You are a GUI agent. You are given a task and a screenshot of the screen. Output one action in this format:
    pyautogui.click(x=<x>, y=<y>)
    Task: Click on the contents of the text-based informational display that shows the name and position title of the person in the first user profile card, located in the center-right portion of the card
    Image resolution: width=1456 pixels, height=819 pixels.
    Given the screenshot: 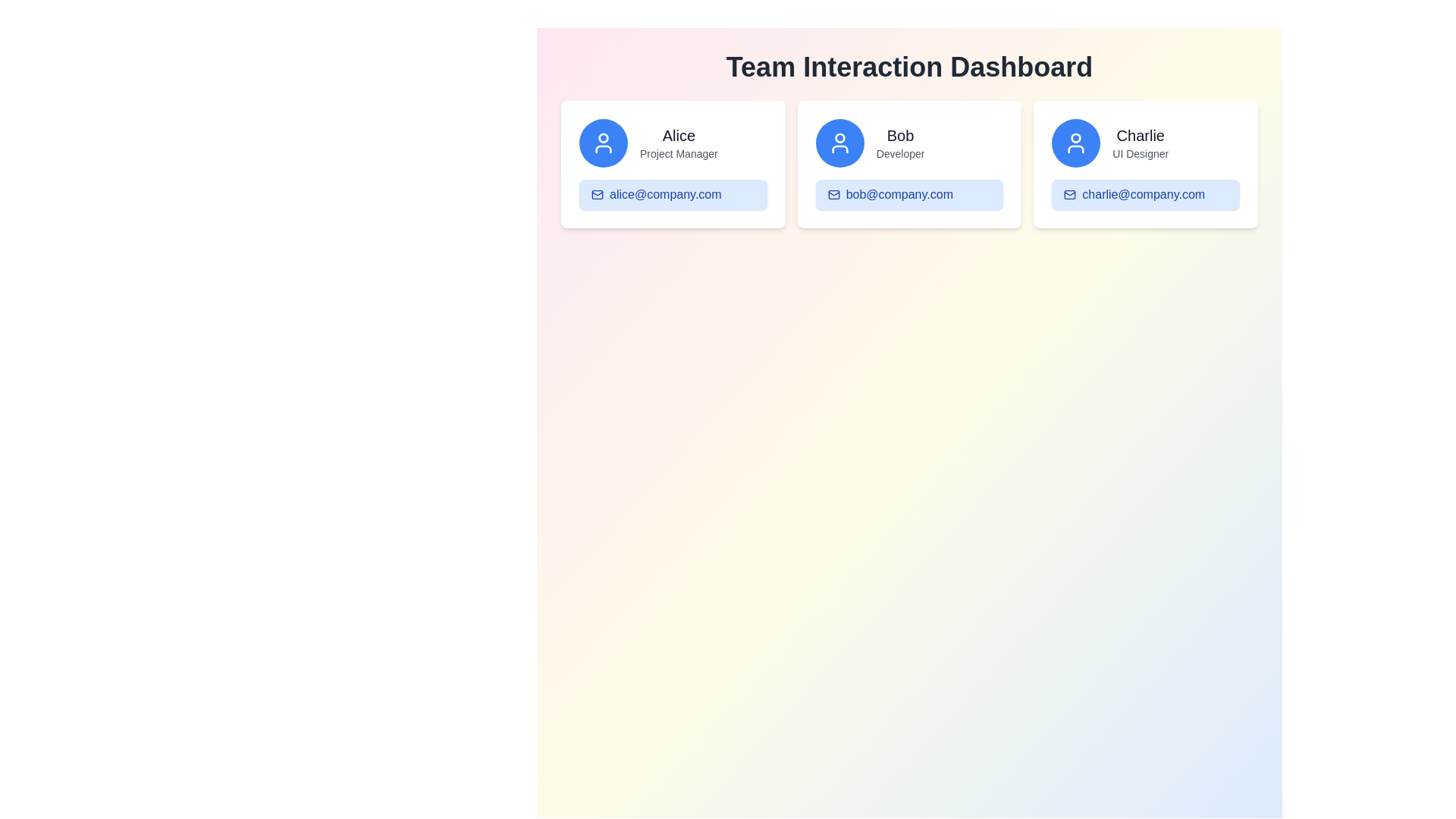 What is the action you would take?
    pyautogui.click(x=678, y=143)
    